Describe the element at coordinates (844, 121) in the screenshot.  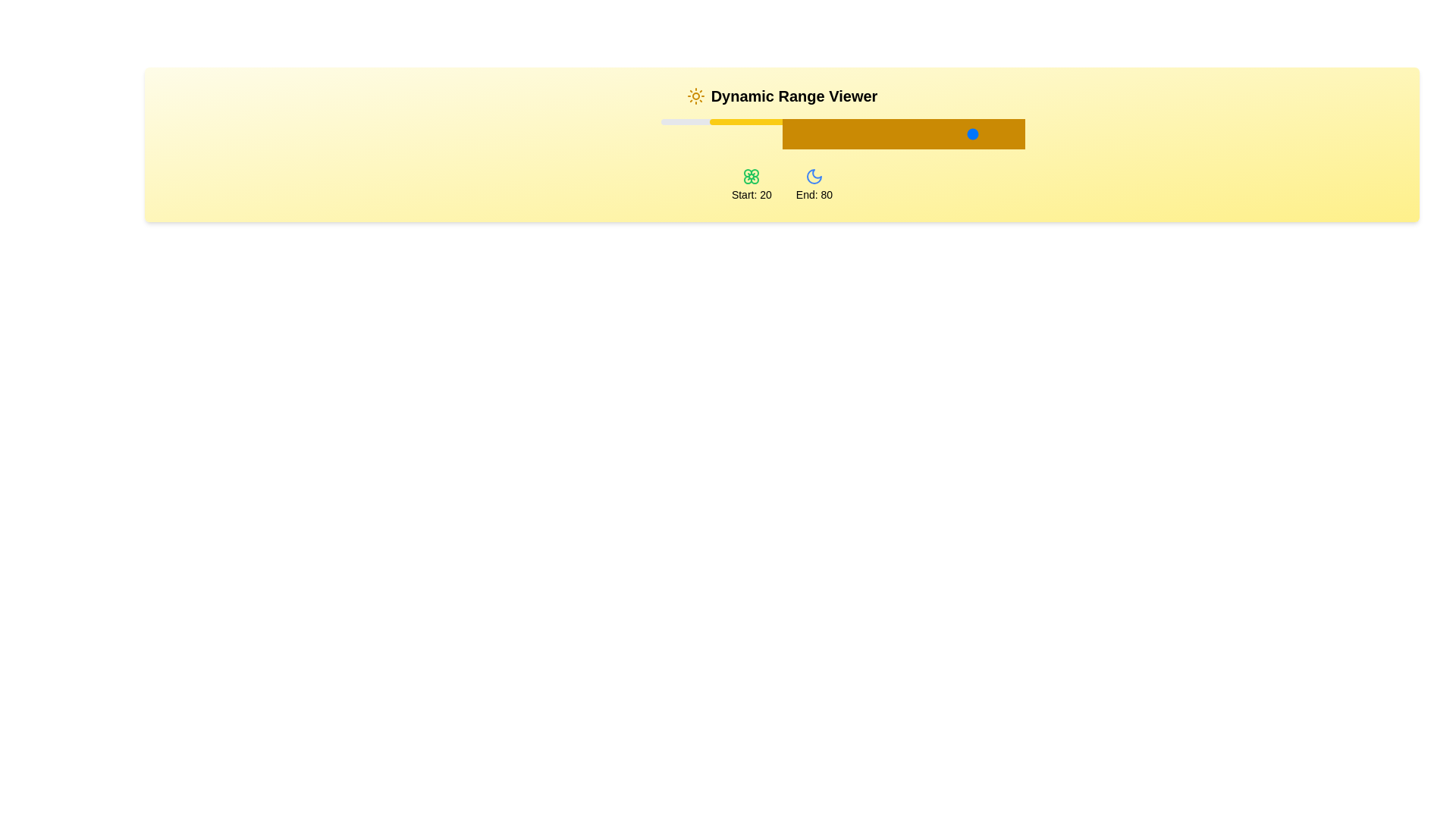
I see `the slider` at that location.